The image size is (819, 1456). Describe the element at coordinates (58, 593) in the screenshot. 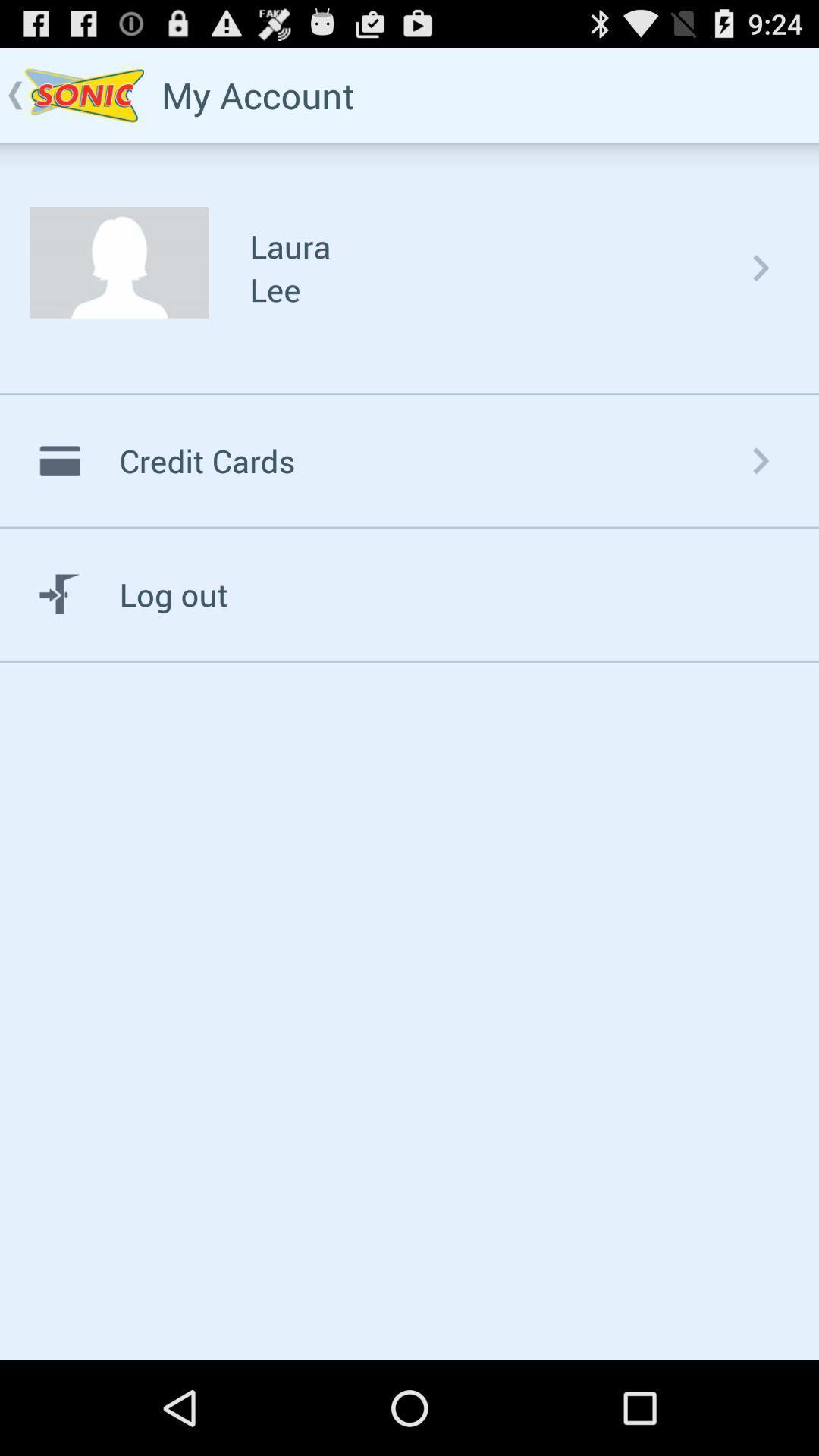

I see `the icon which is at the left of the text log out` at that location.